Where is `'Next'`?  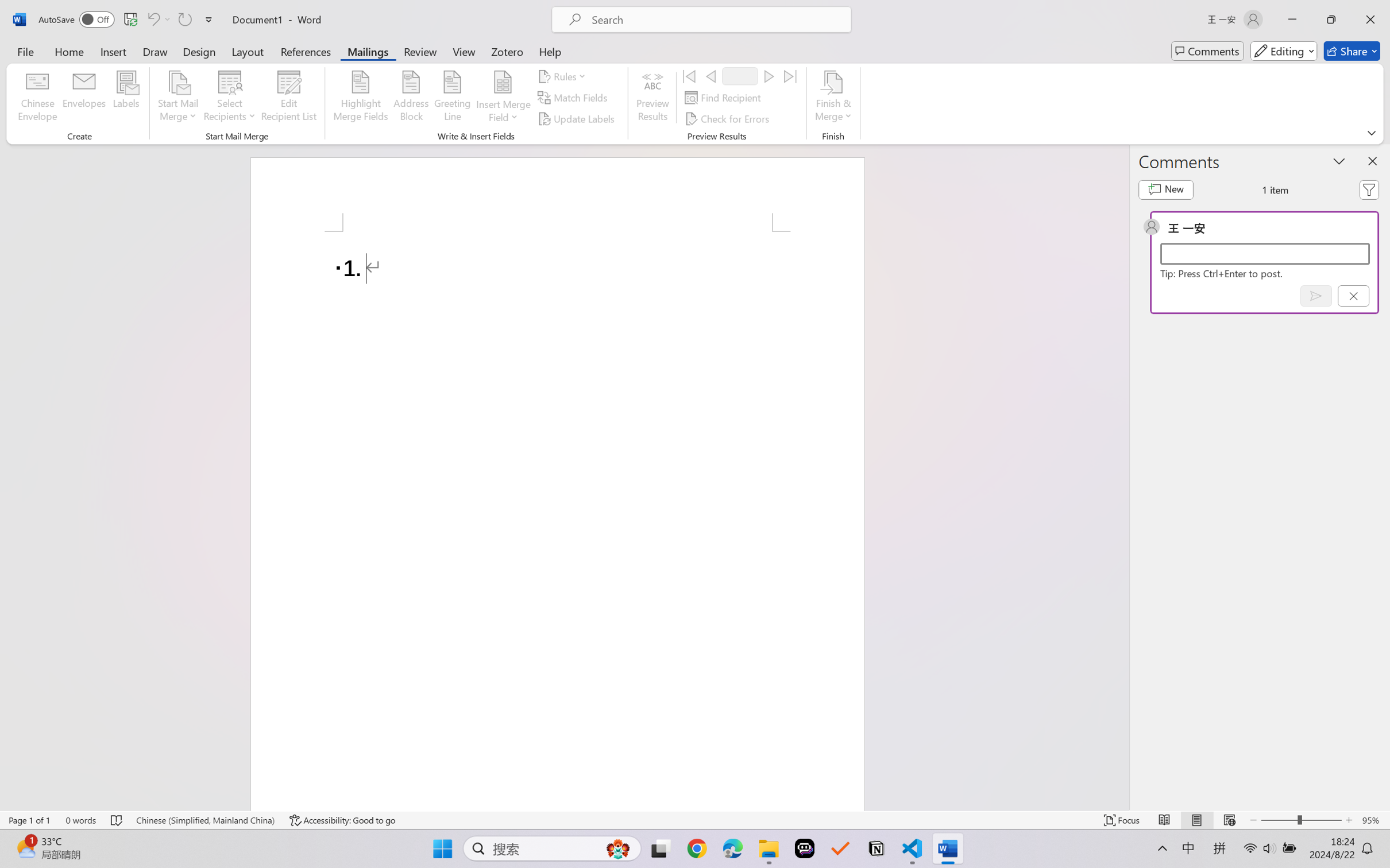 'Next' is located at coordinates (769, 75).